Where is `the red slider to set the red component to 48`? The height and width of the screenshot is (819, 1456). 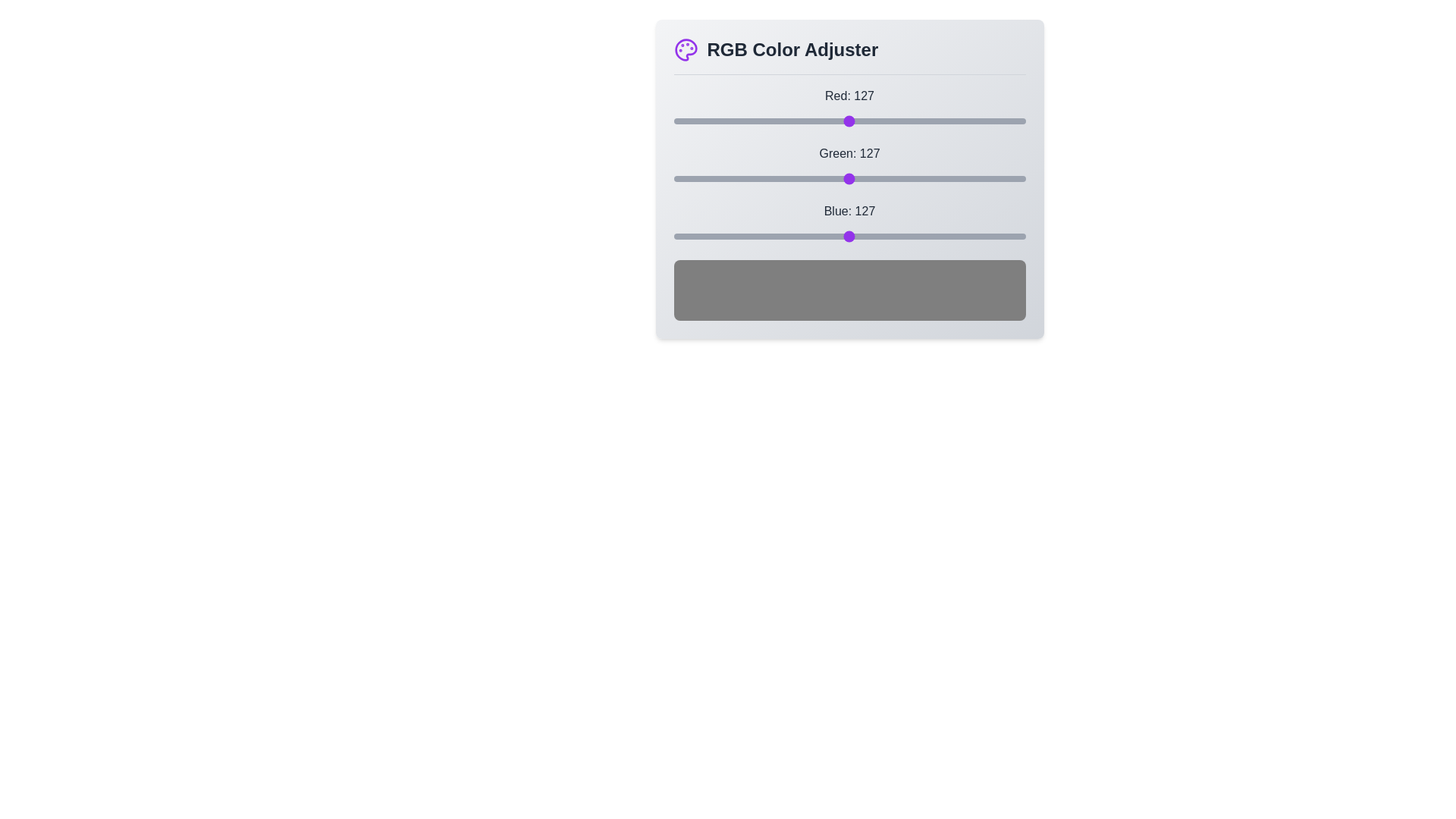 the red slider to set the red component to 48 is located at coordinates (739, 120).